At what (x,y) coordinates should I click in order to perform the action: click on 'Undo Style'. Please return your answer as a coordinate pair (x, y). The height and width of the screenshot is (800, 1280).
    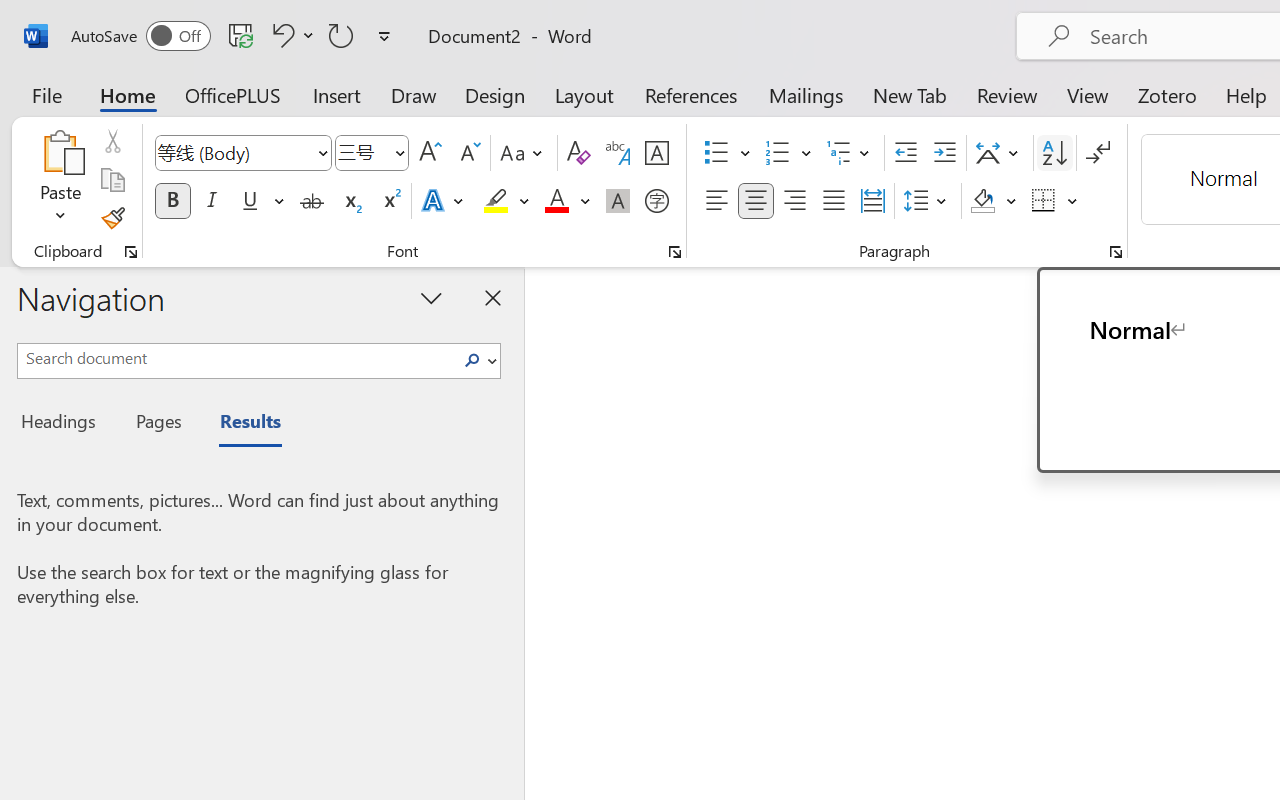
    Looking at the image, I should click on (279, 34).